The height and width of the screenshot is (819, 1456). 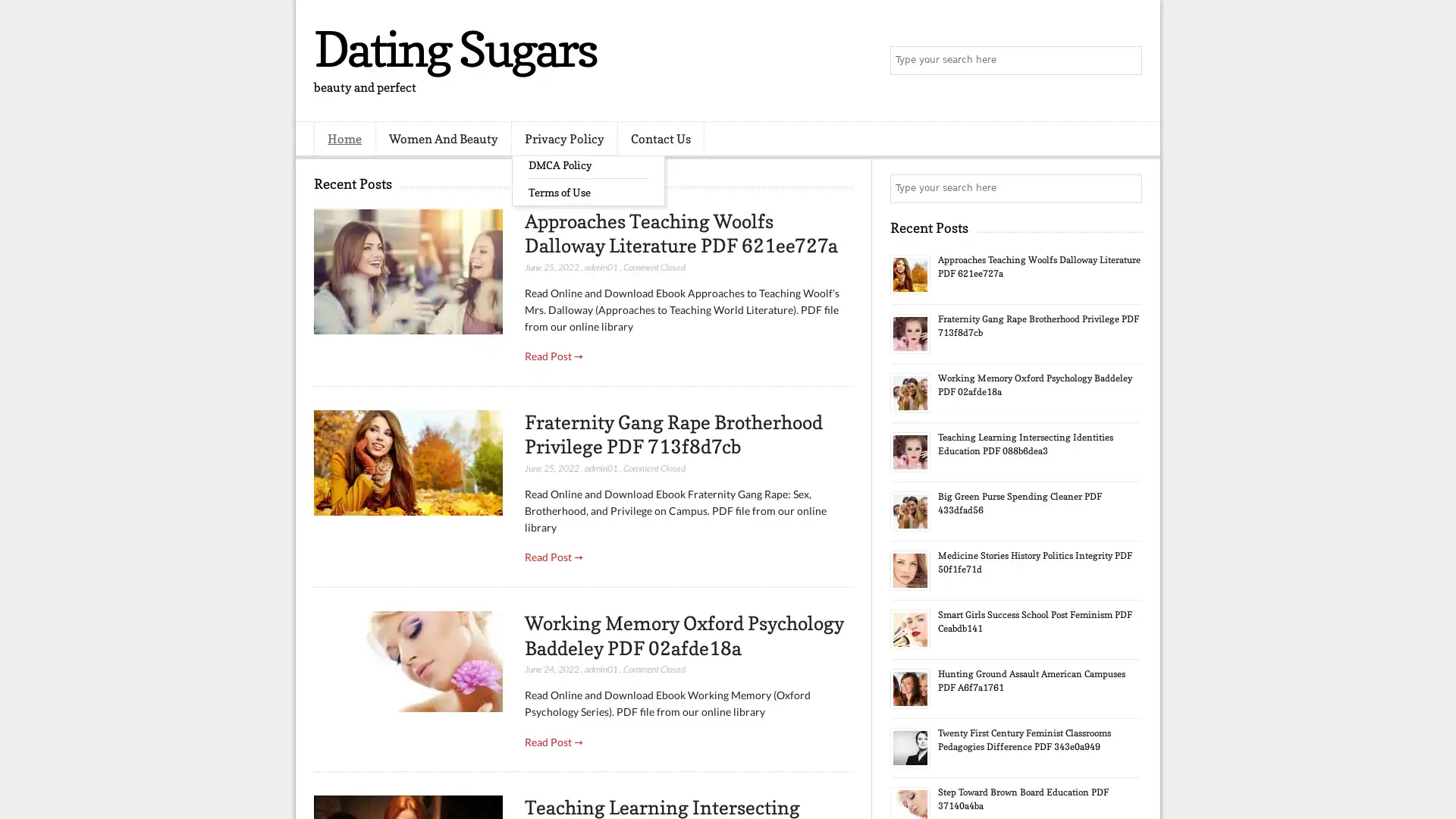 I want to click on Search, so click(x=1126, y=61).